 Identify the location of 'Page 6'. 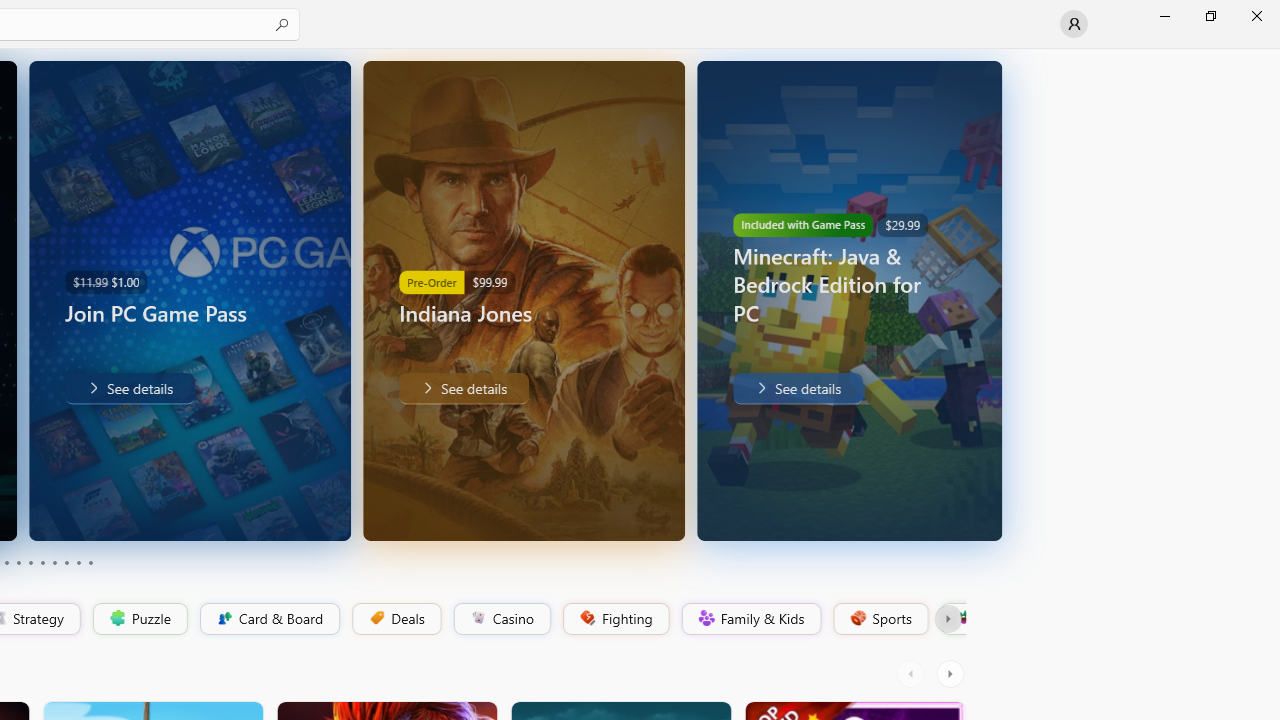
(42, 563).